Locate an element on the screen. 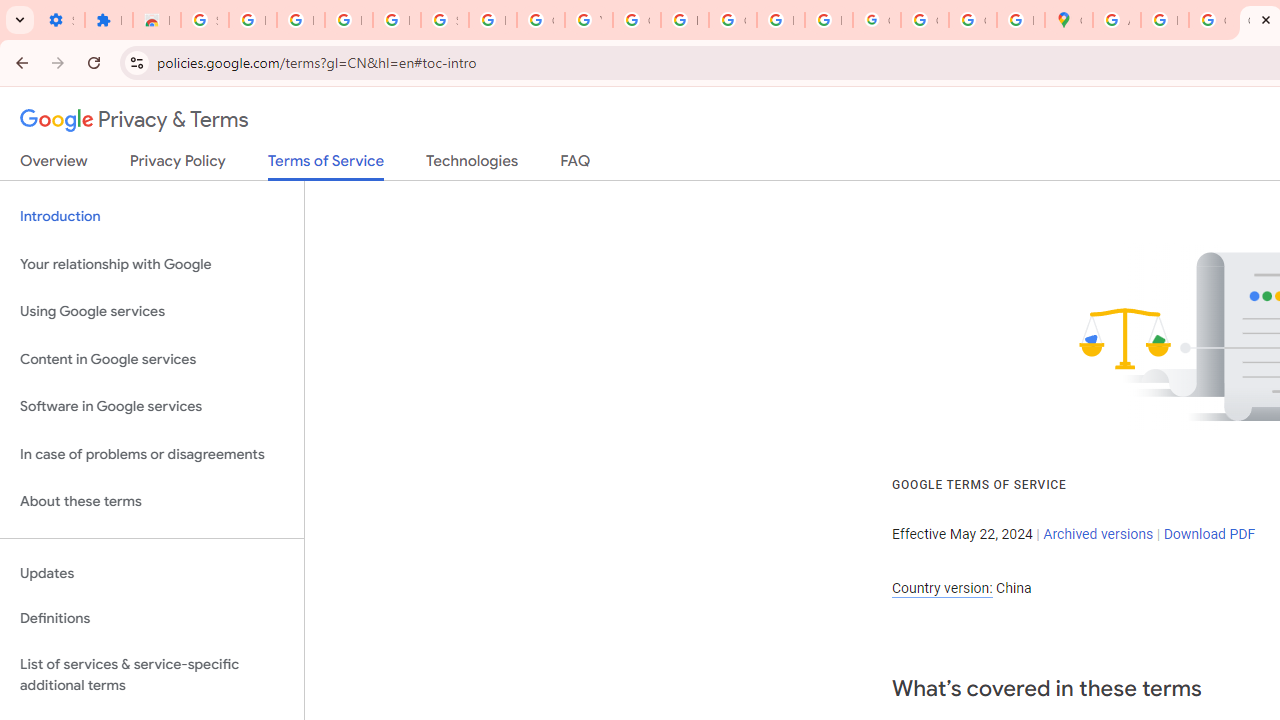 This screenshot has width=1280, height=720. 'Country version:' is located at coordinates (941, 587).